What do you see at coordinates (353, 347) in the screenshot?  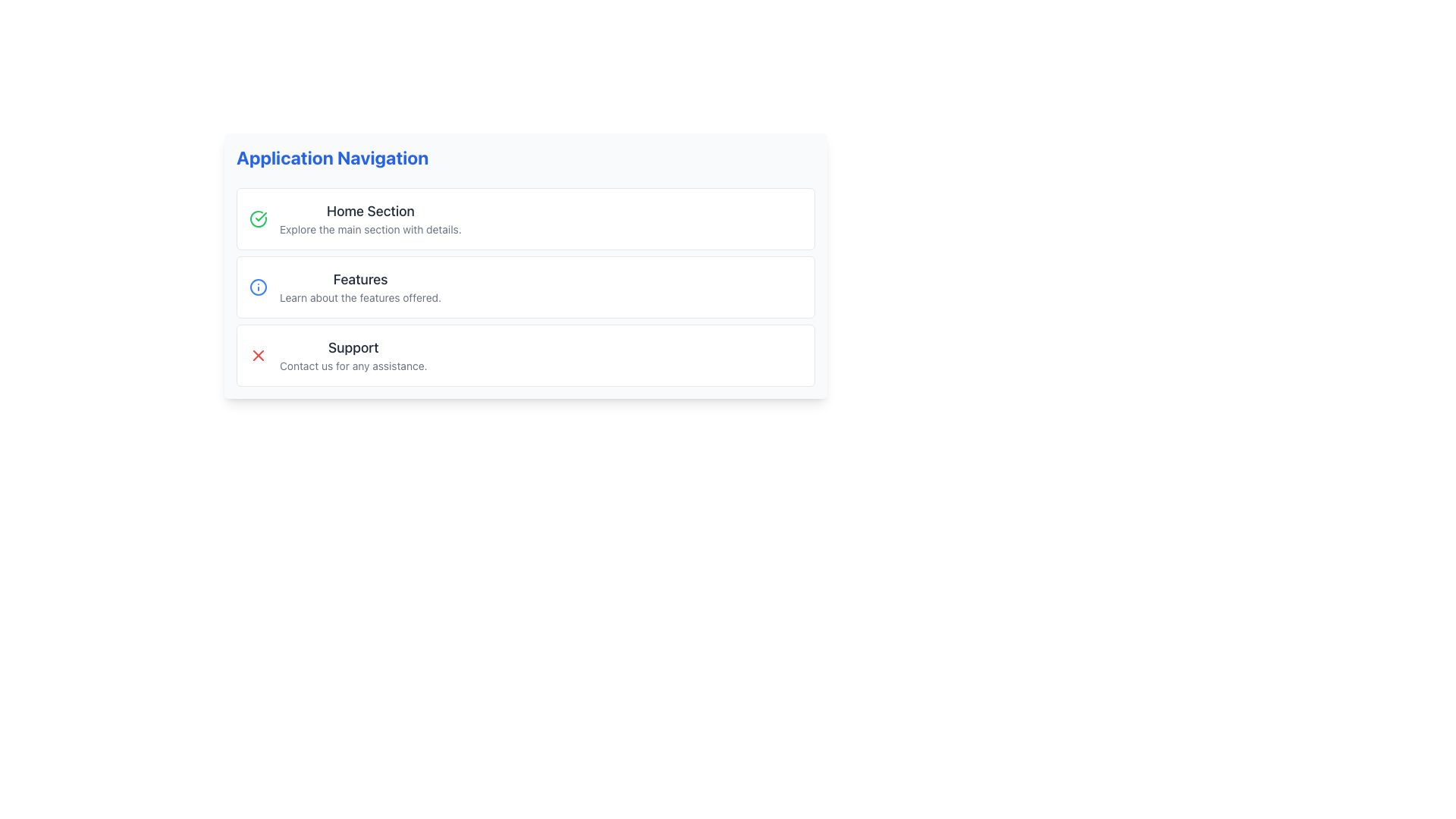 I see `the hyperlink element located below the 'Features' section` at bounding box center [353, 347].